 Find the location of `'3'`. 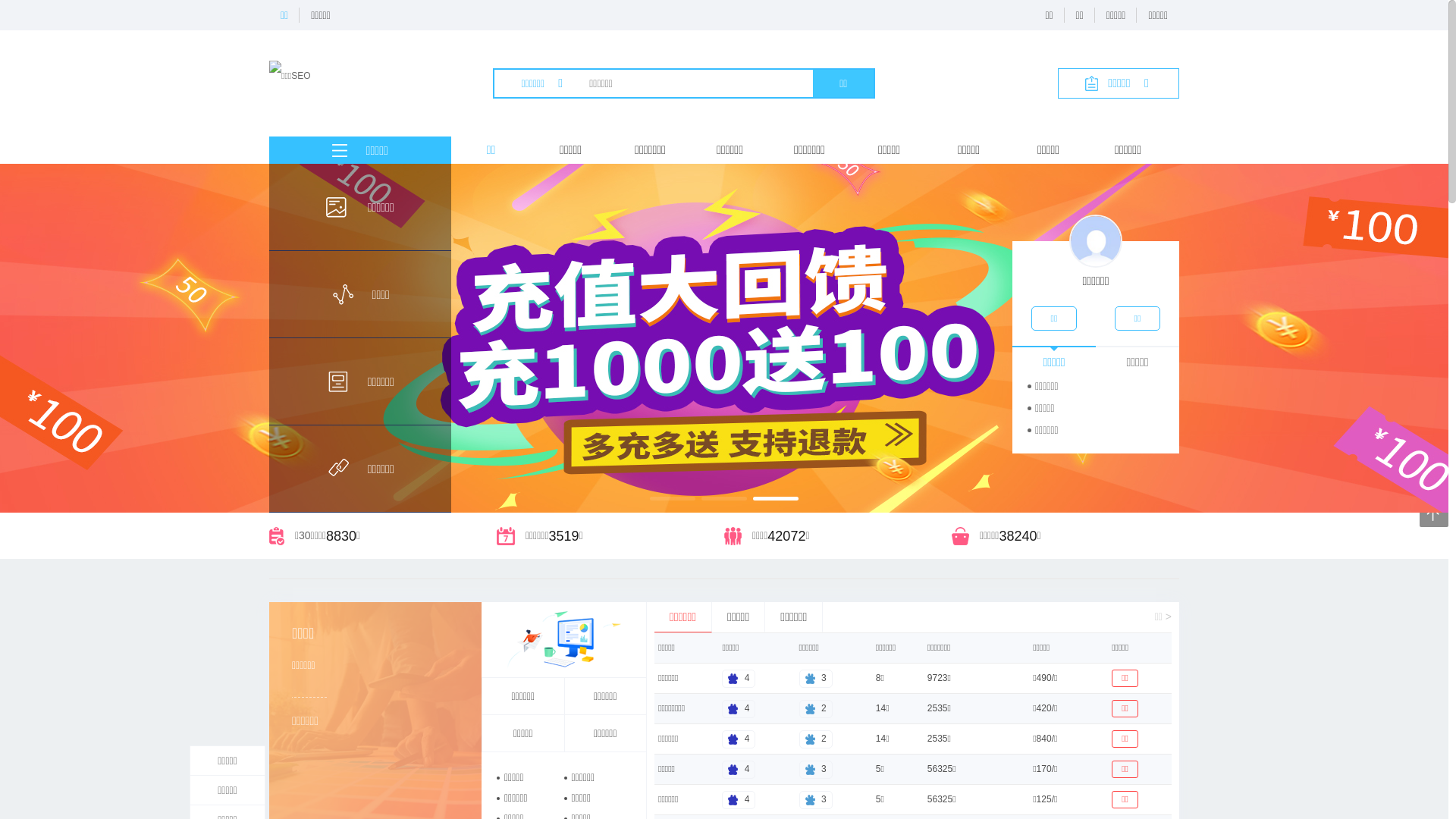

'3' is located at coordinates (814, 769).